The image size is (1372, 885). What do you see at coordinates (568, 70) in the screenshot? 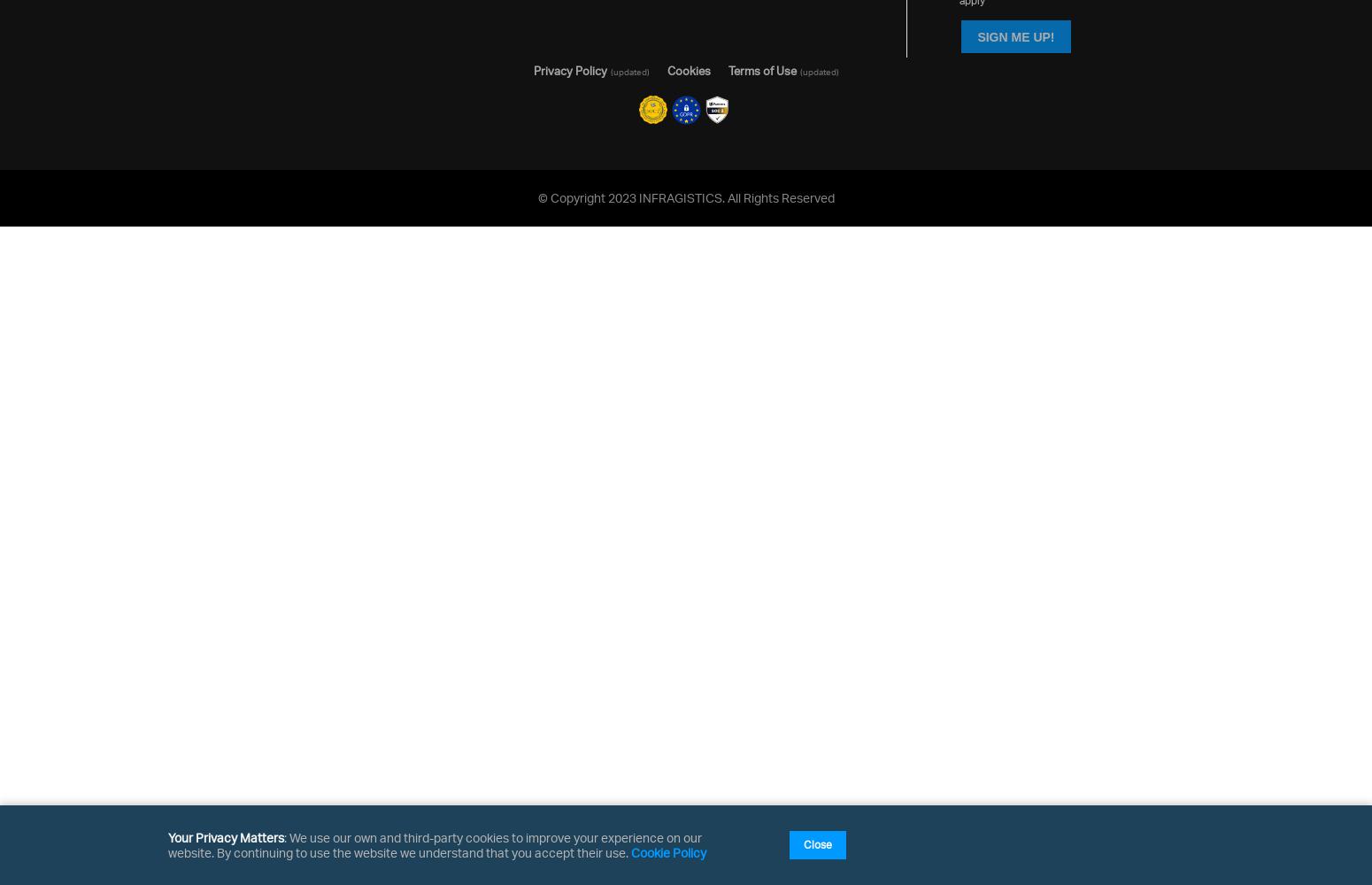
I see `'Privacy Policy'` at bounding box center [568, 70].